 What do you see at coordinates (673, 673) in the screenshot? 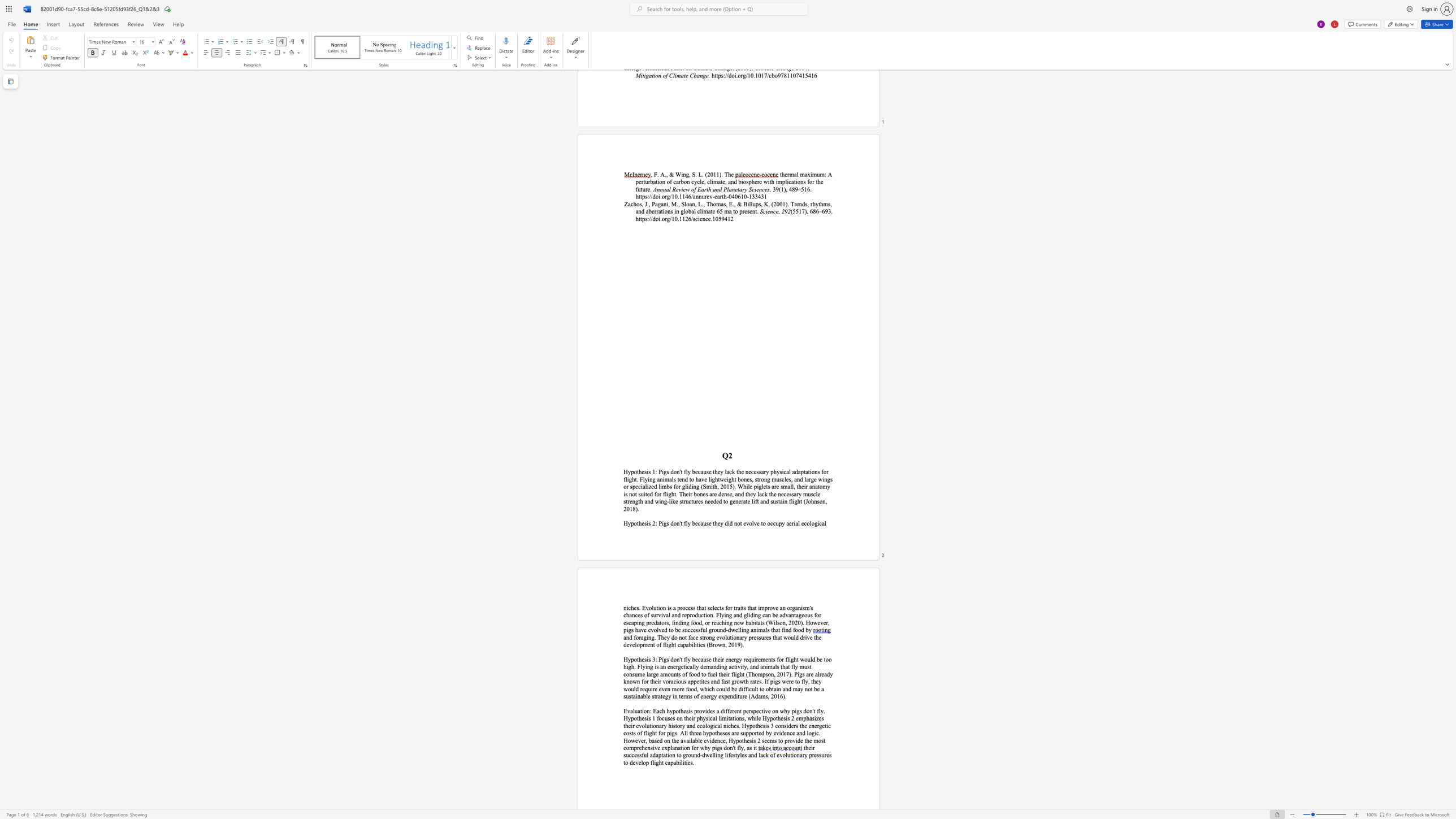
I see `the subset text "nt" within the text "large amounts"` at bounding box center [673, 673].